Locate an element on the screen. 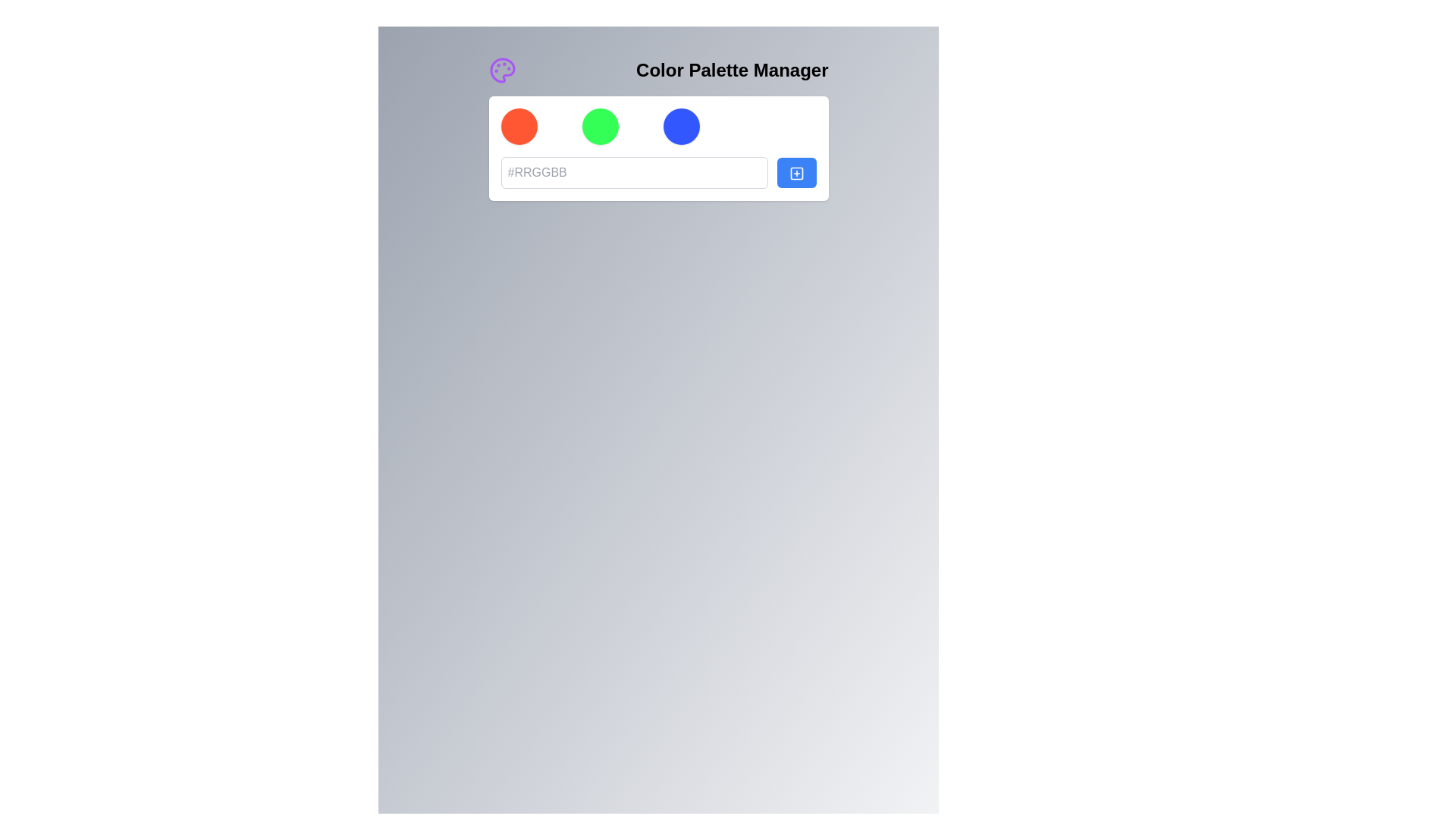 Image resolution: width=1456 pixels, height=819 pixels. the 'Color Palette Manager' section is located at coordinates (658, 122).